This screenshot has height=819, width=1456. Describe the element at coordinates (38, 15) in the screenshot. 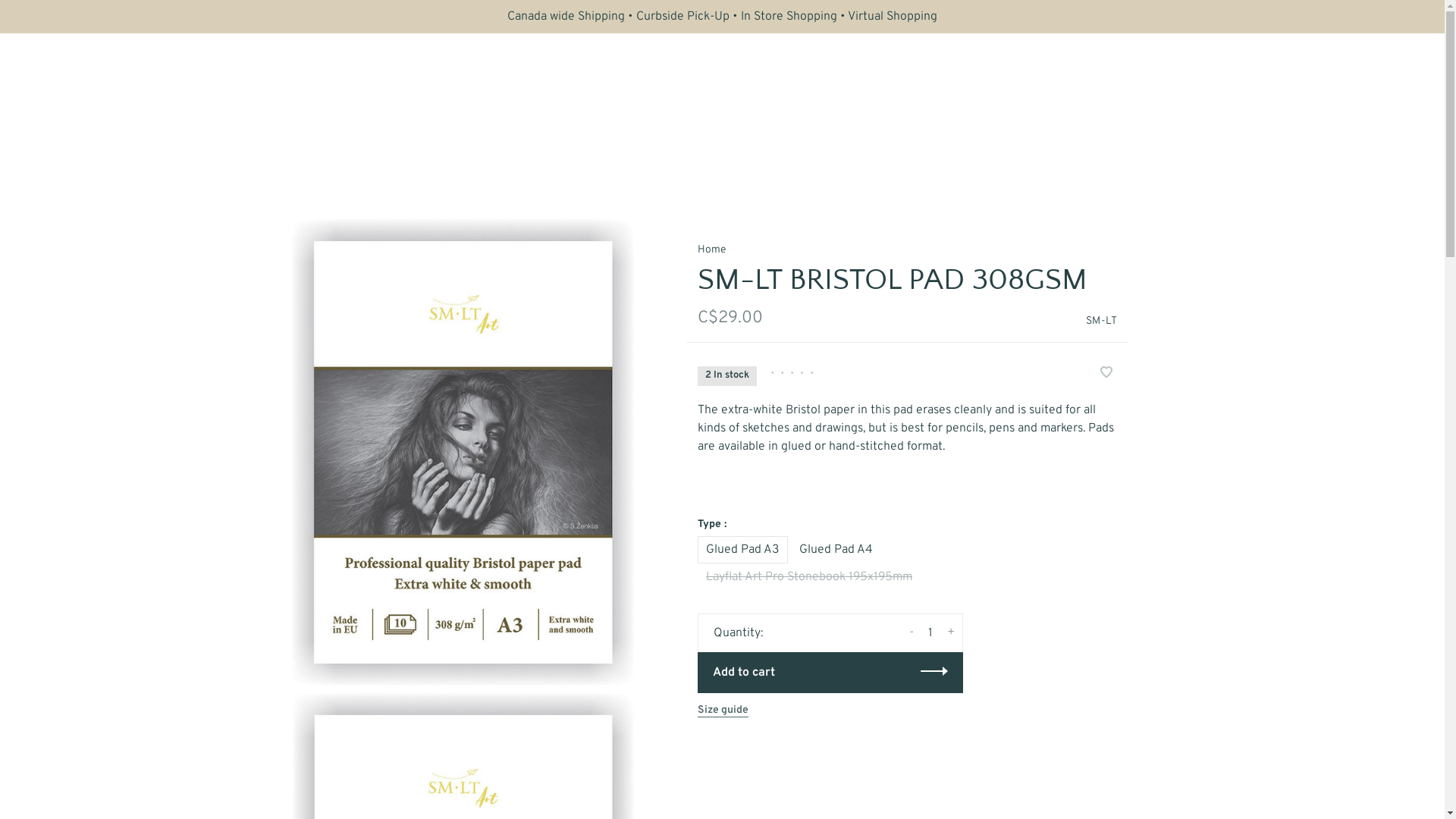

I see `'Subscribe'` at that location.